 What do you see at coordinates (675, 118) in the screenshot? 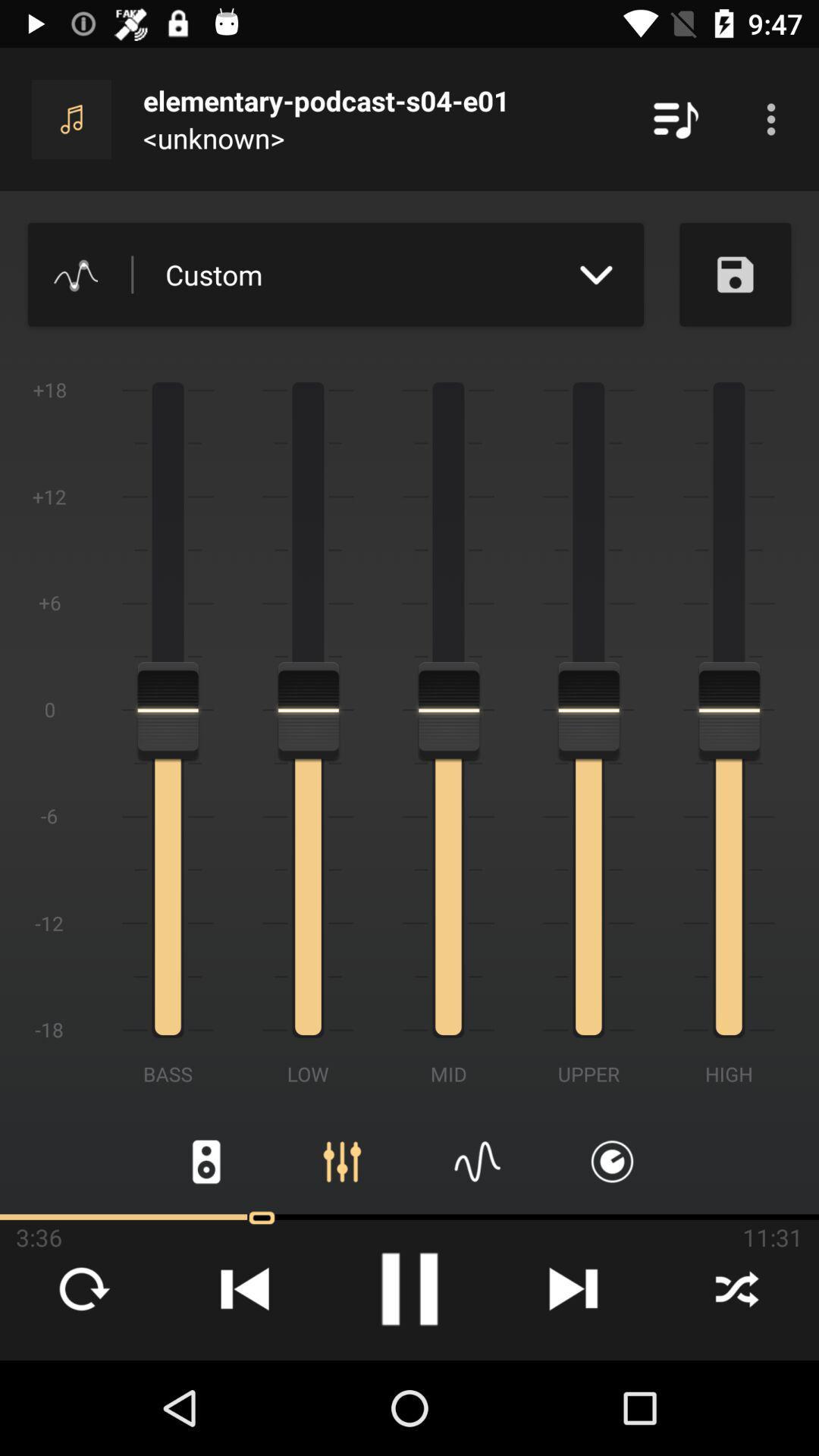
I see `the playlist icon` at bounding box center [675, 118].